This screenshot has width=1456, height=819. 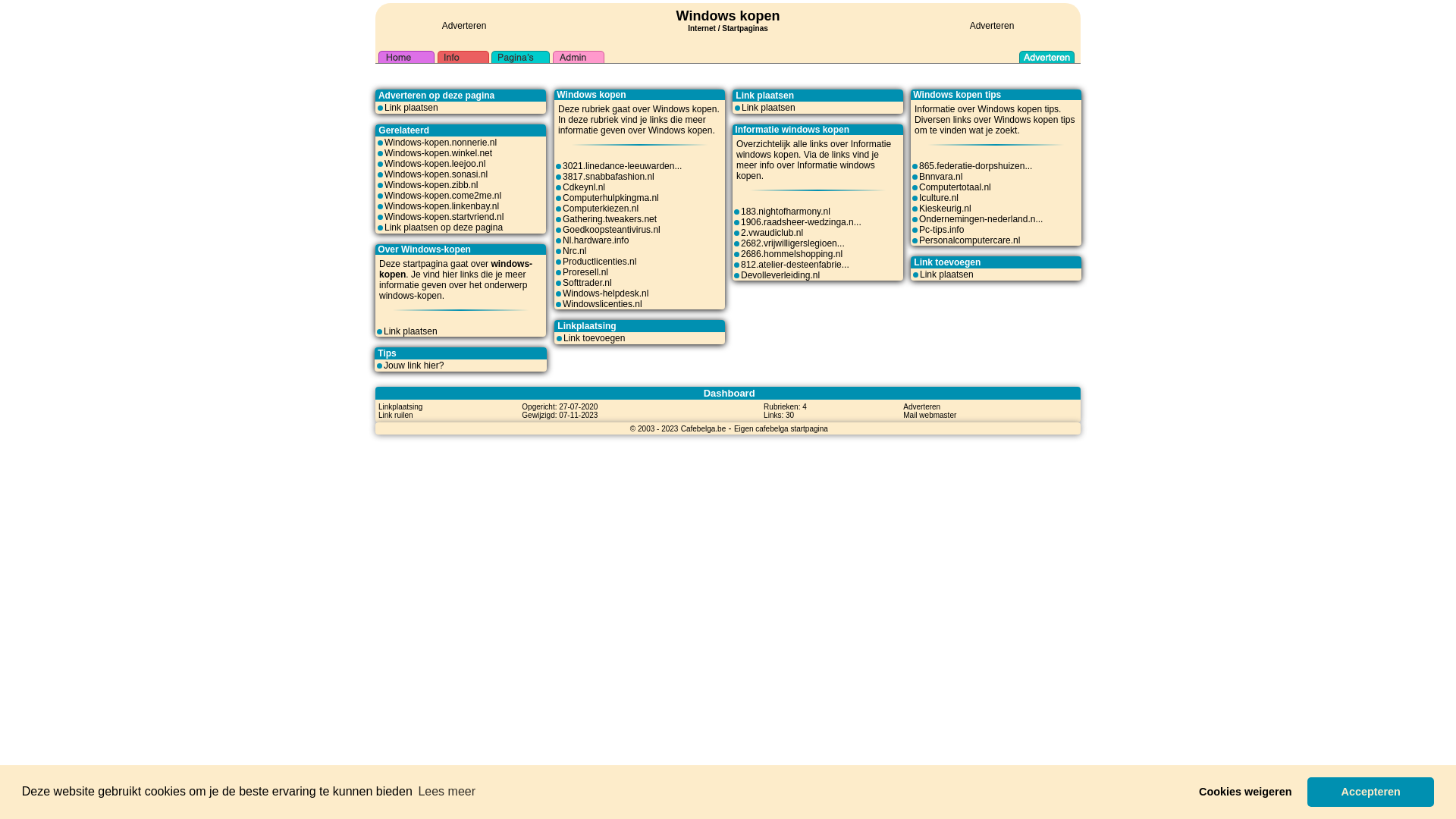 What do you see at coordinates (563, 337) in the screenshot?
I see `'Link toevoegen'` at bounding box center [563, 337].